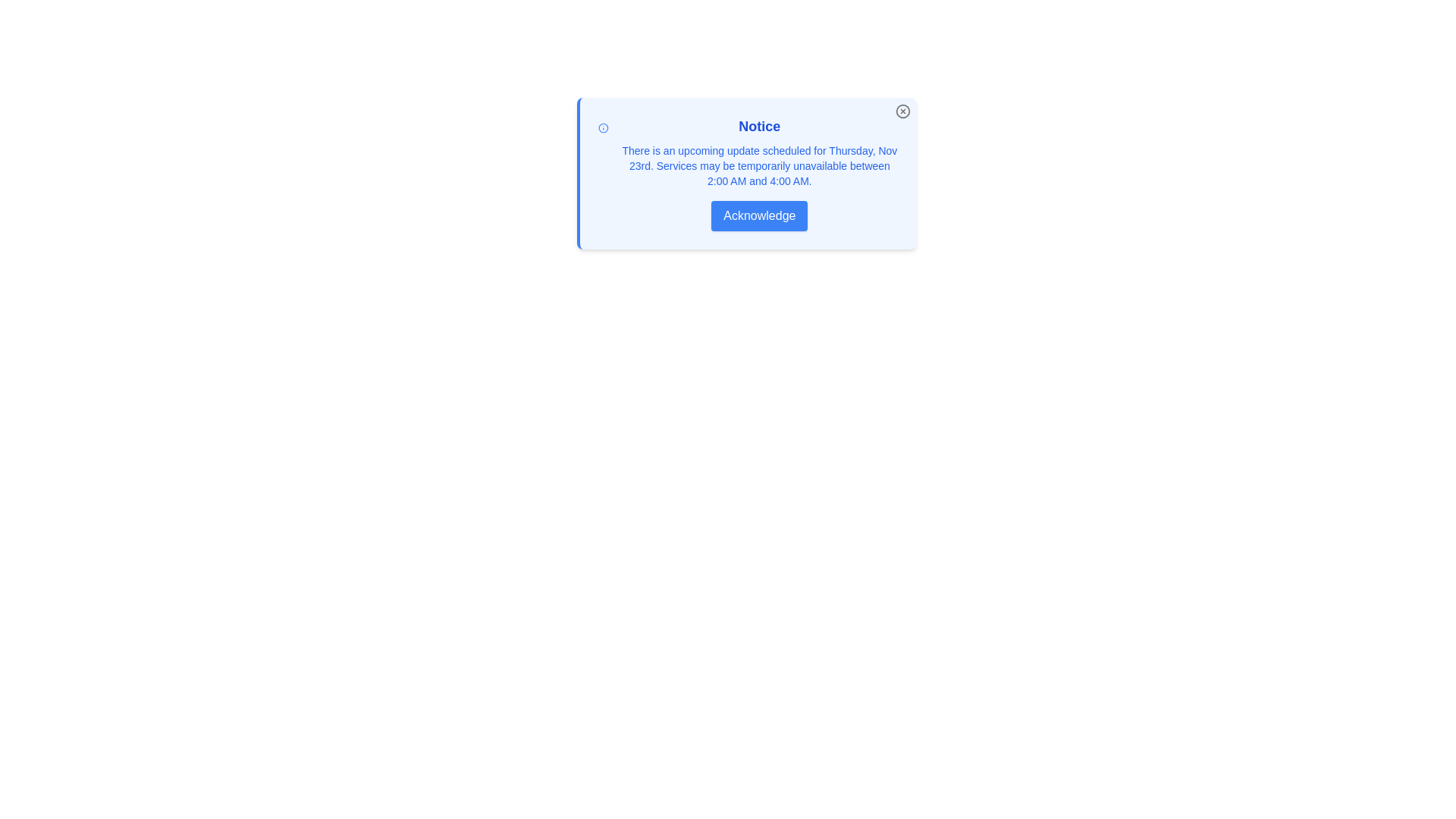  Describe the element at coordinates (759, 216) in the screenshot. I see `the acknowledgment button located at the bottom of the modal that confirms the user has read the notice` at that location.